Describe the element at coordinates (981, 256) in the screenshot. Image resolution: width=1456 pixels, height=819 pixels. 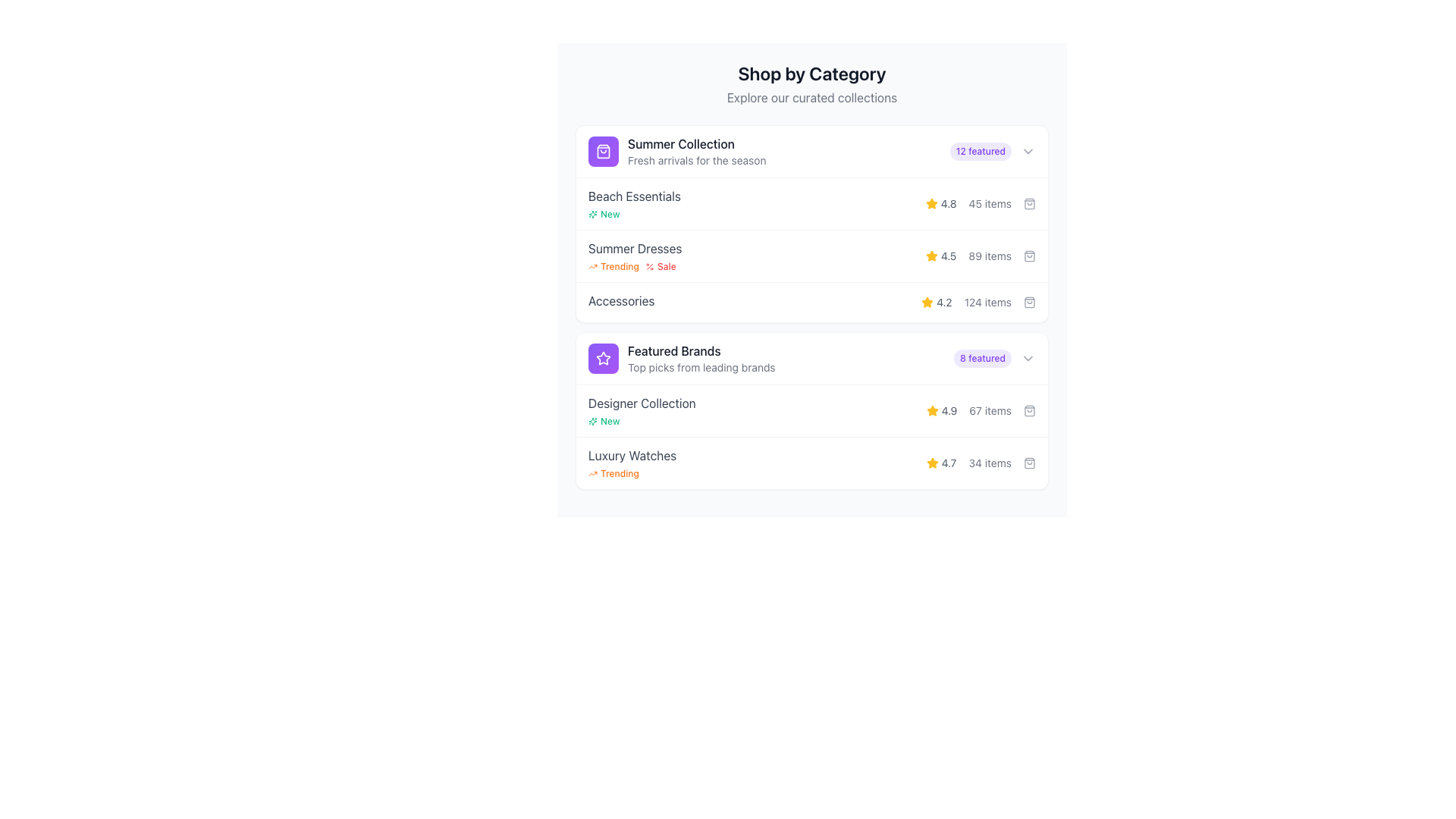
I see `the Display information row containing rating and item count for the 'Summer Dresses' category` at that location.